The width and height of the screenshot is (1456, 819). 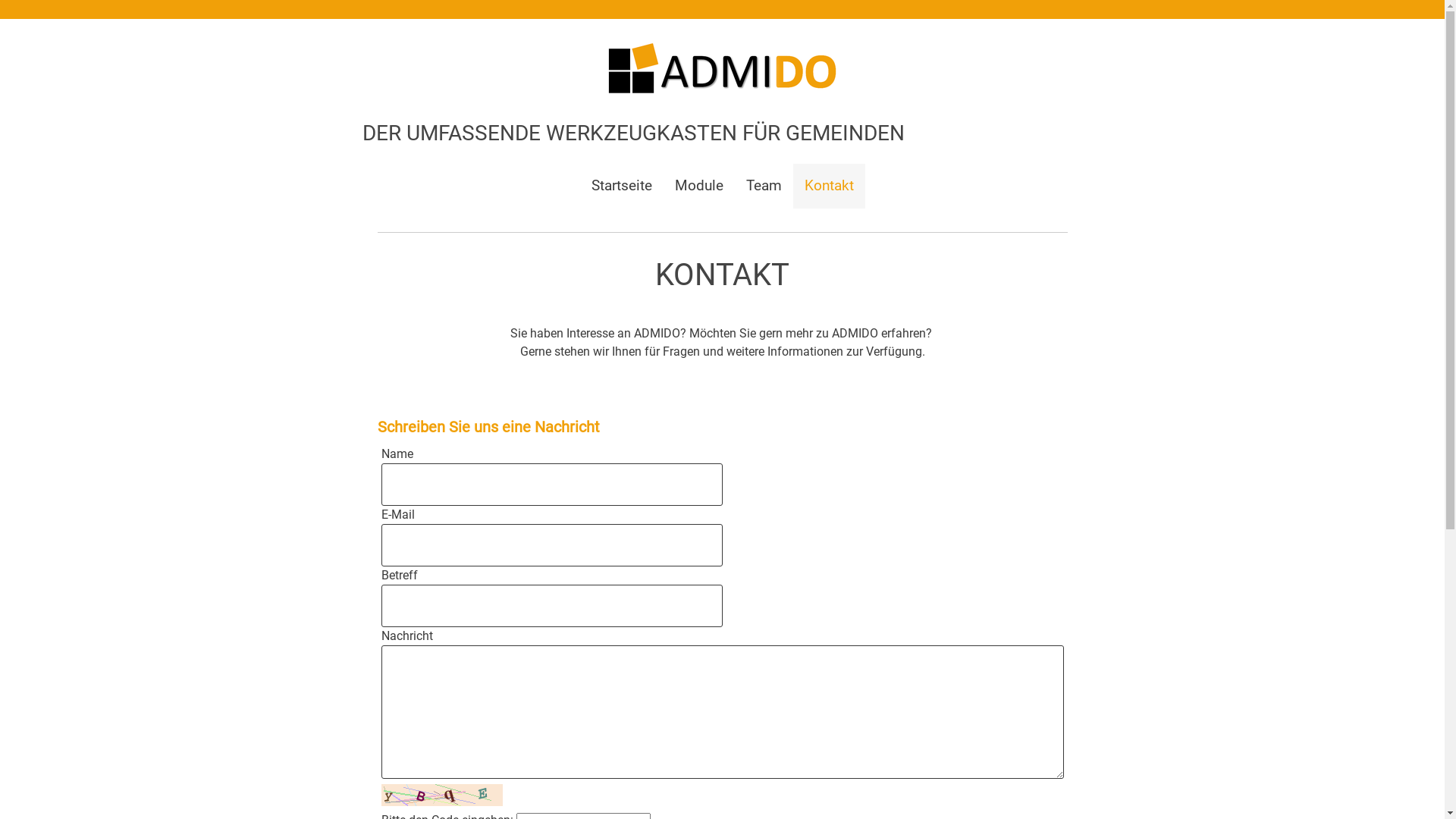 What do you see at coordinates (792, 185) in the screenshot?
I see `'Kontakt'` at bounding box center [792, 185].